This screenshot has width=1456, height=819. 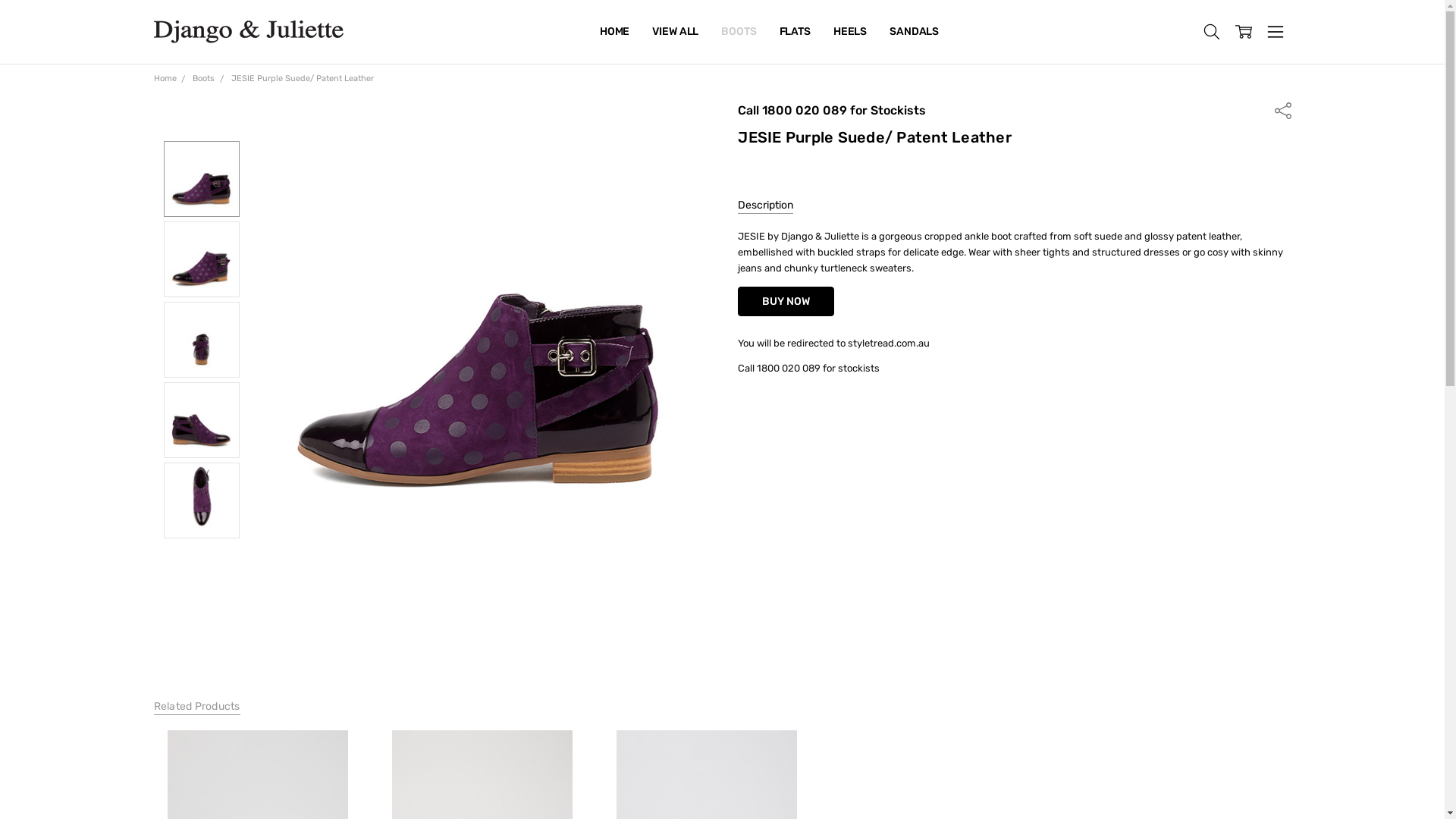 What do you see at coordinates (794, 32) in the screenshot?
I see `'FLATS'` at bounding box center [794, 32].